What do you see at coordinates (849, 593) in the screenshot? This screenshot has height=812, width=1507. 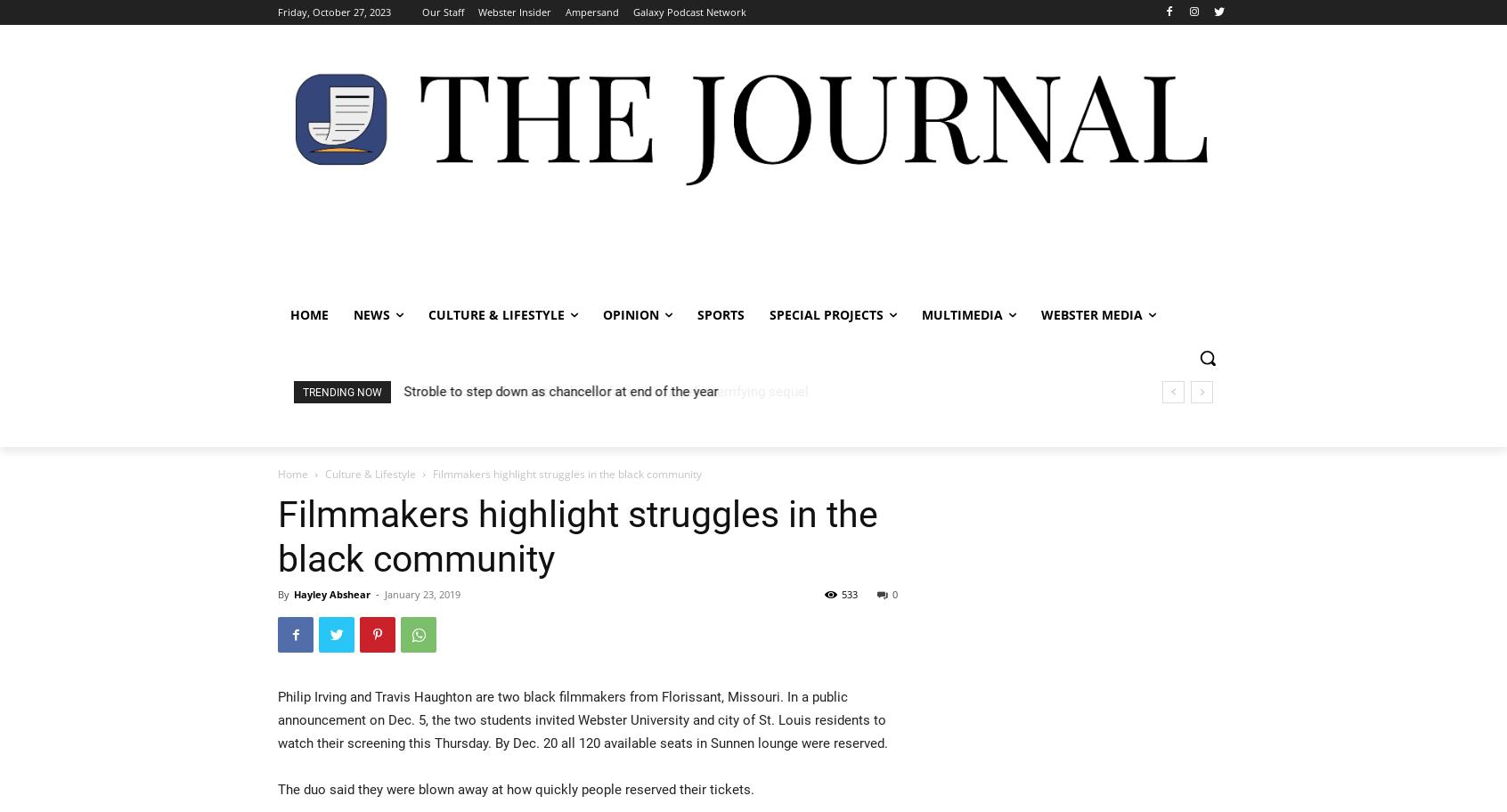 I see `'533'` at bounding box center [849, 593].